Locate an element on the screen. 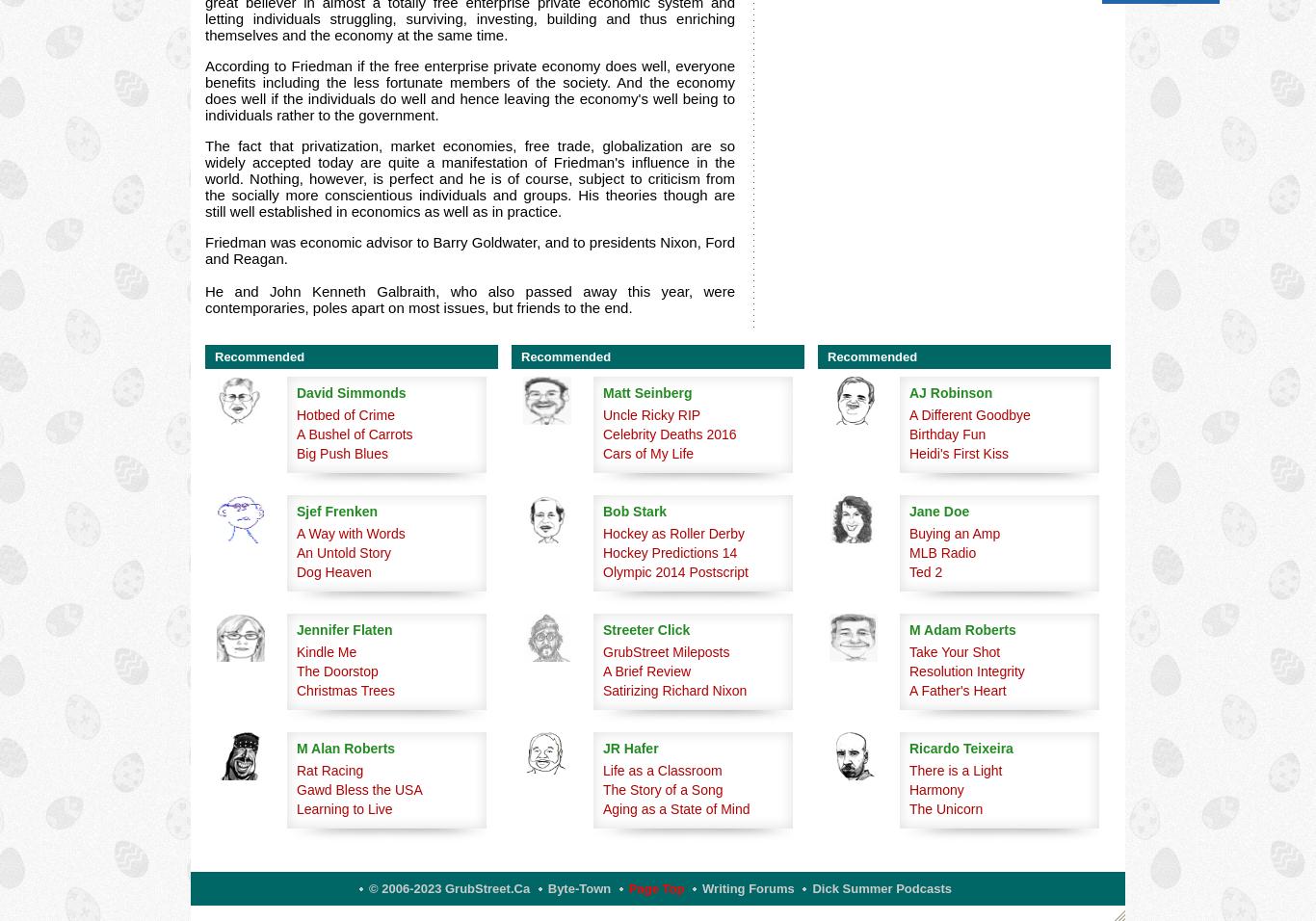 The height and width of the screenshot is (921, 1316). 'The Unicorn' is located at coordinates (946, 809).